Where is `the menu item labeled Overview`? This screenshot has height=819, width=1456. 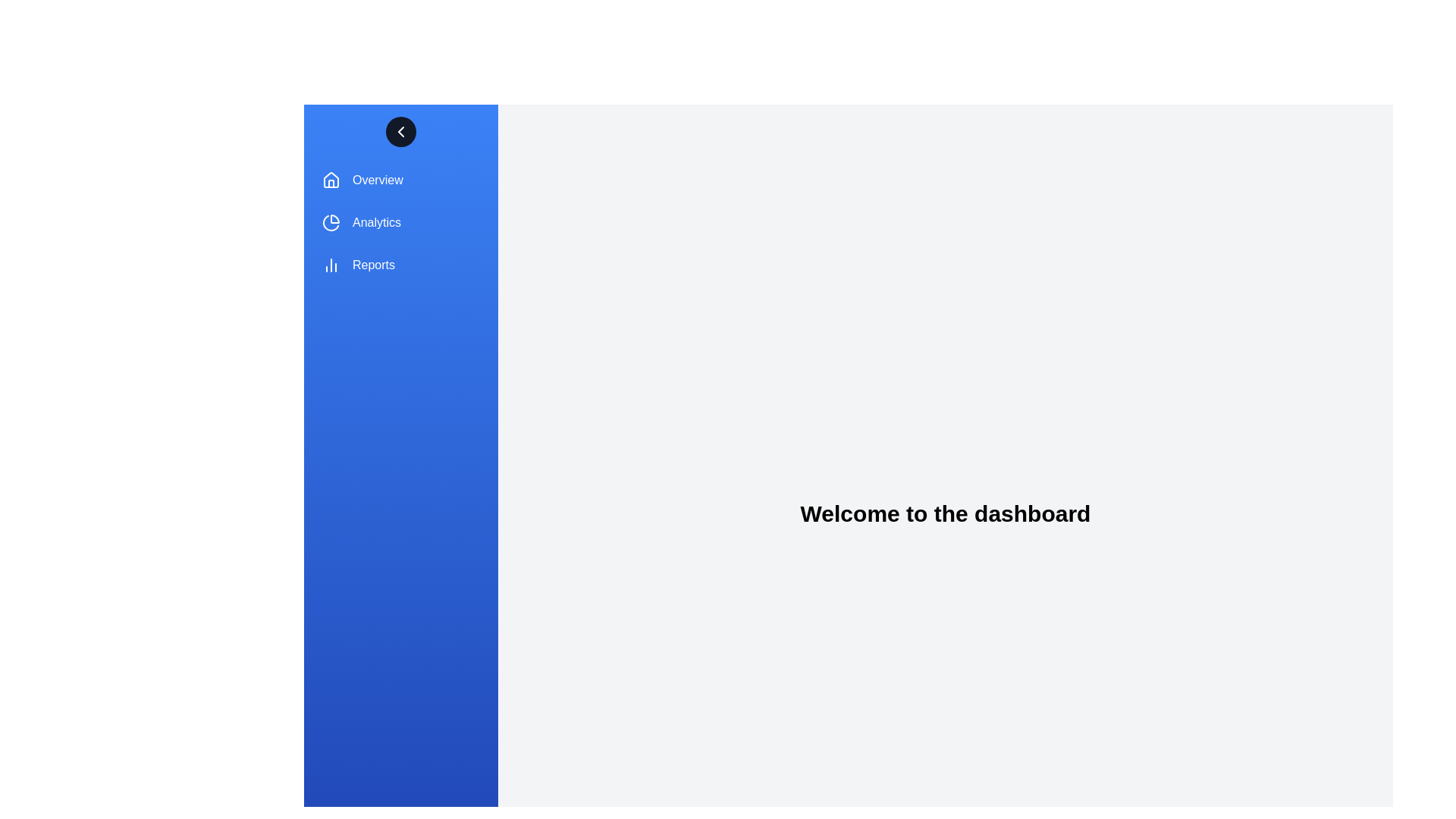
the menu item labeled Overview is located at coordinates (400, 180).